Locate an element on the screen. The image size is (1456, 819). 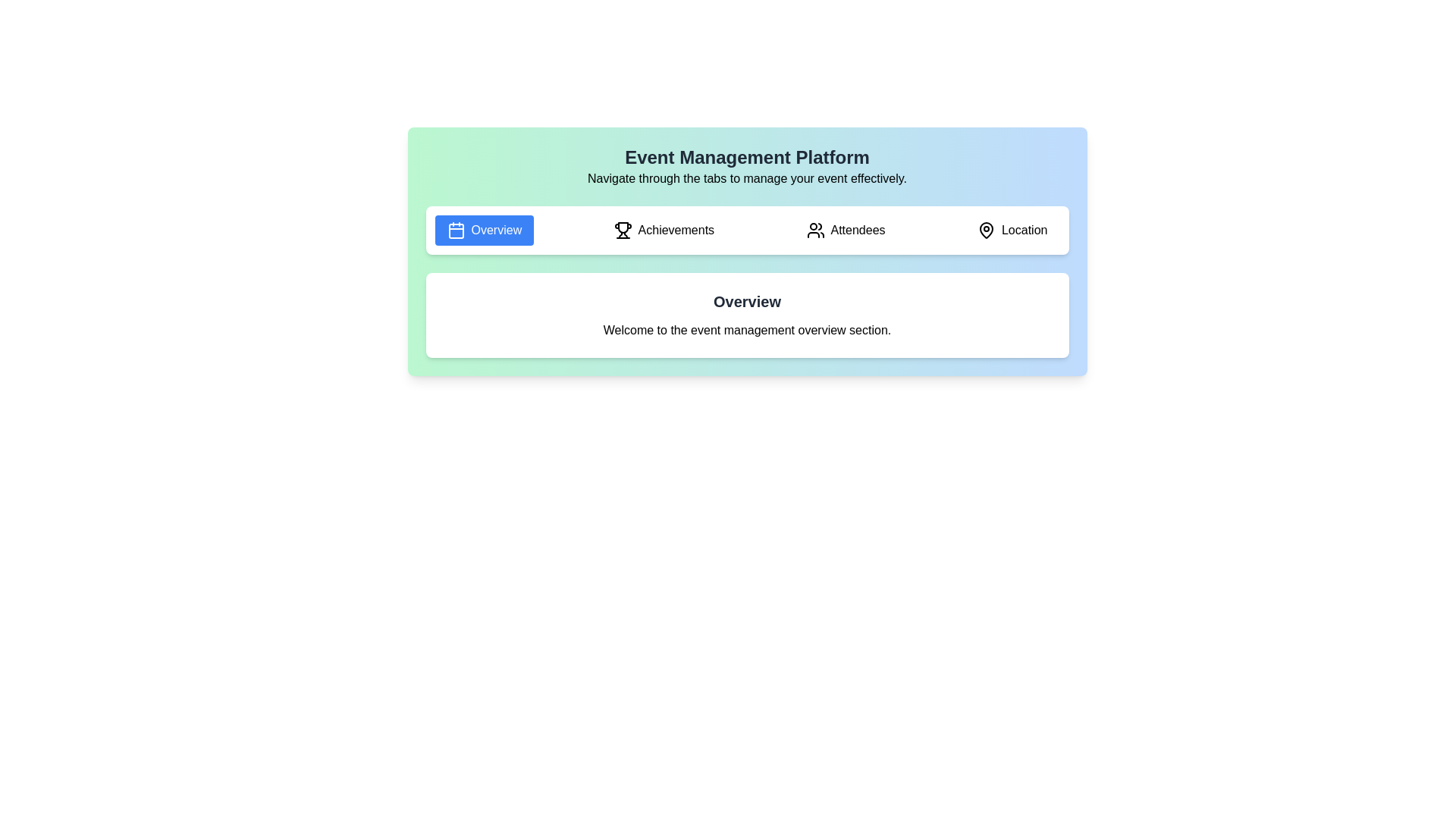
the 'Attendees' navigational tab in the horizontal navigation bar is located at coordinates (858, 231).